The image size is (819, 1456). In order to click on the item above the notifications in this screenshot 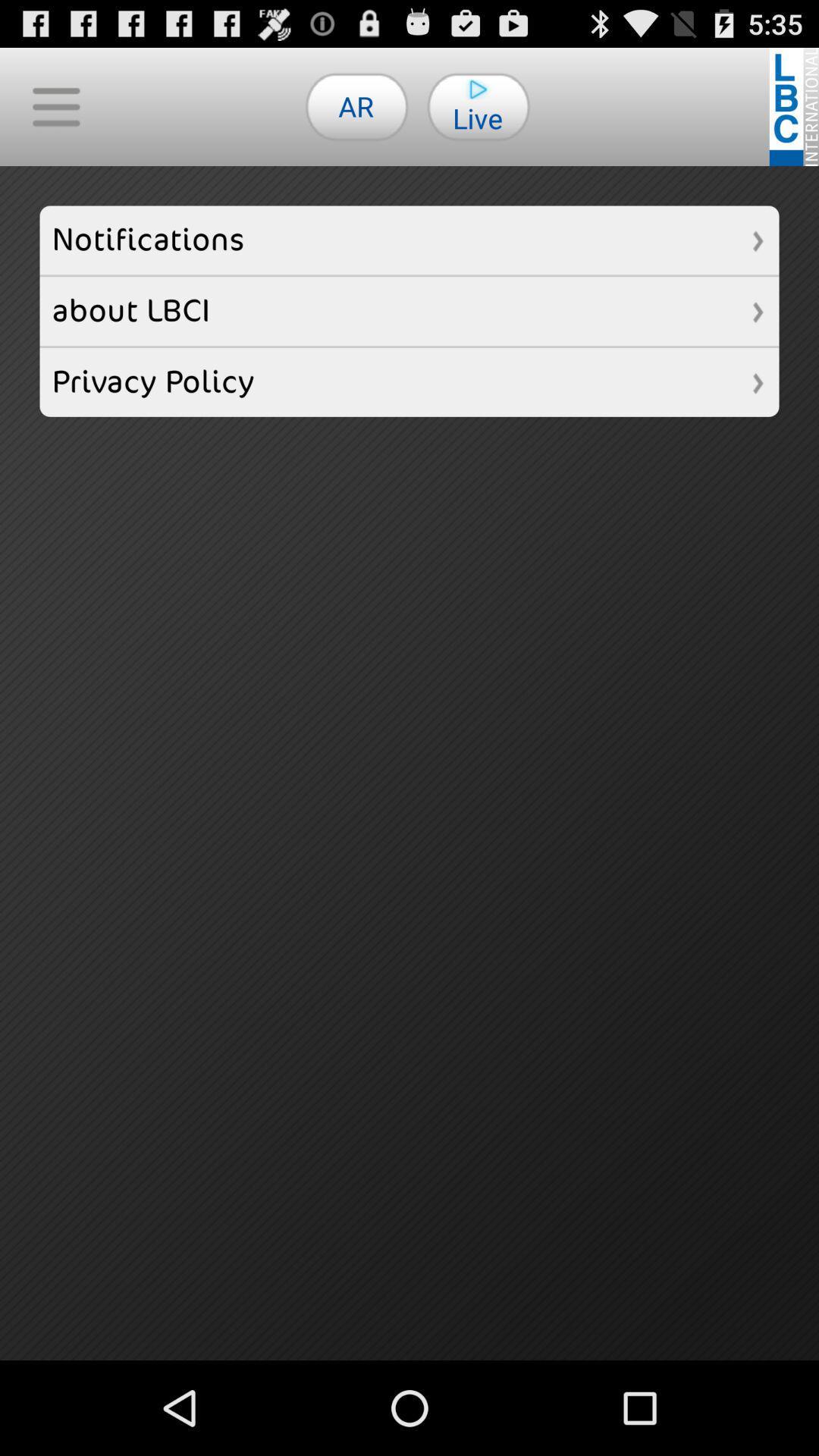, I will do `click(356, 105)`.